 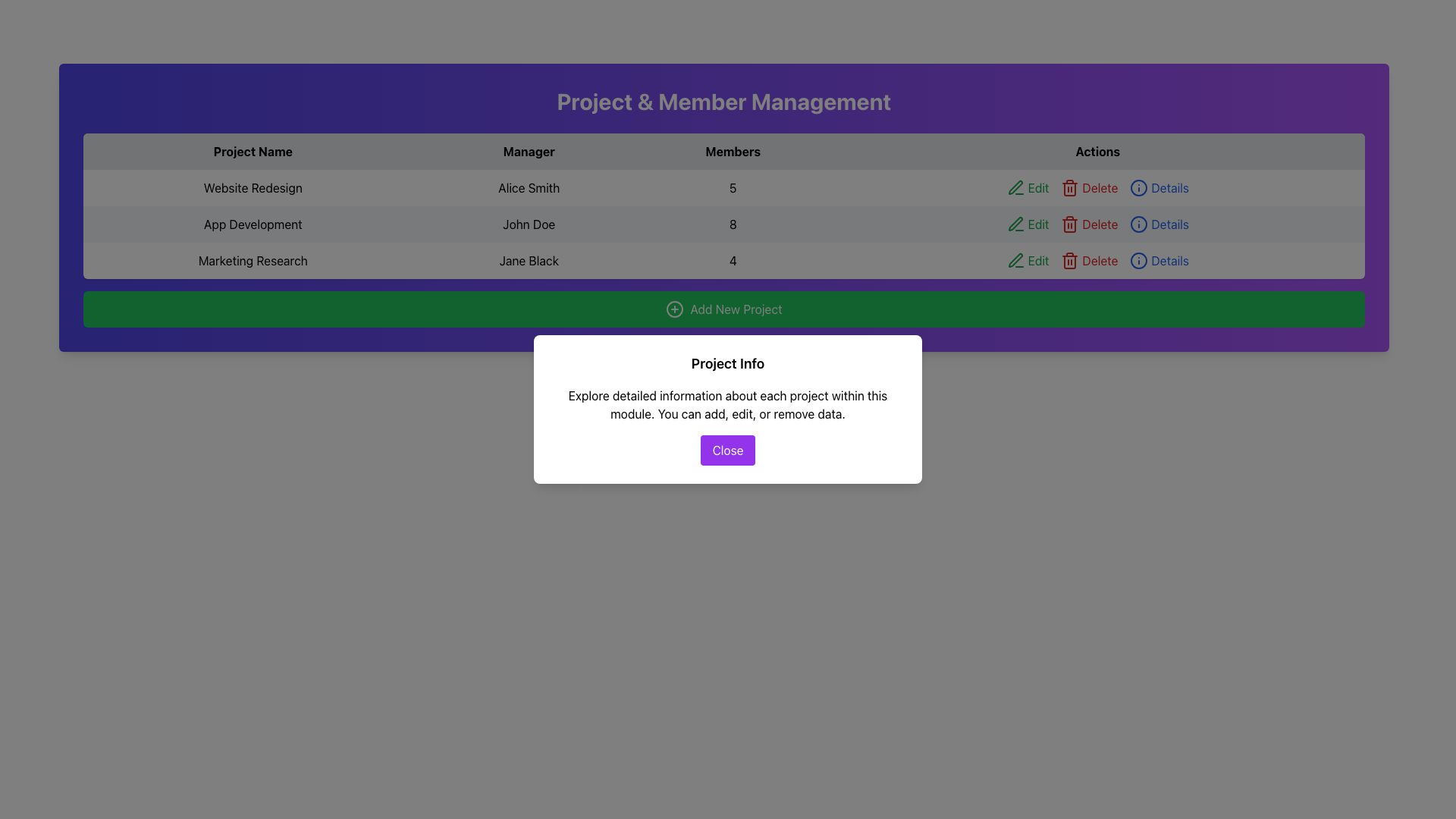 I want to click on the red 'Delete' button located in the 'Actions' column of the second row of the table, so click(x=1088, y=224).